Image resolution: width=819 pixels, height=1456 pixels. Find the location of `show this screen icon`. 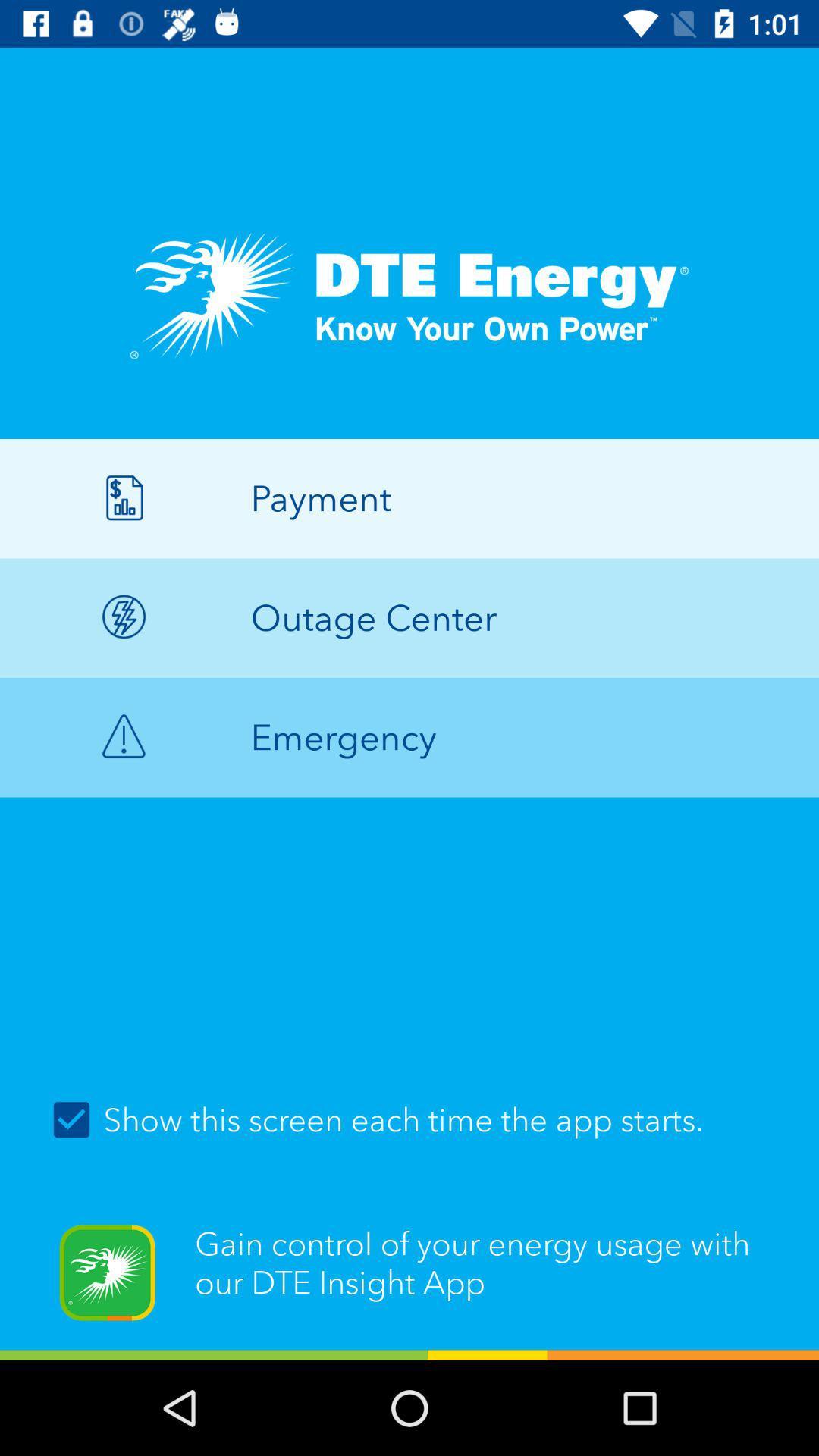

show this screen icon is located at coordinates (409, 1120).